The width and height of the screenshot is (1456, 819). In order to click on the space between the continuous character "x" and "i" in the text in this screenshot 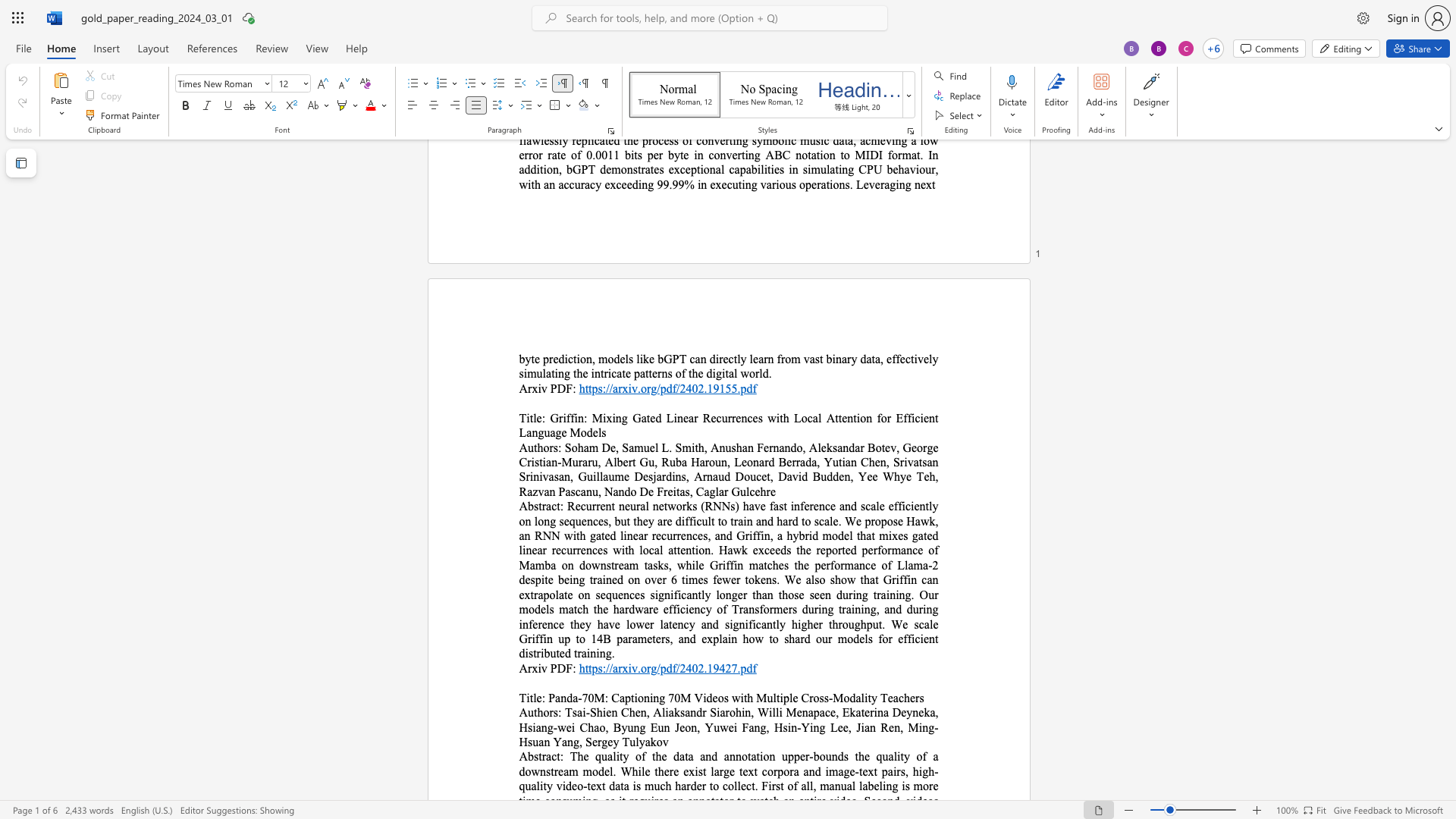, I will do `click(537, 667)`.